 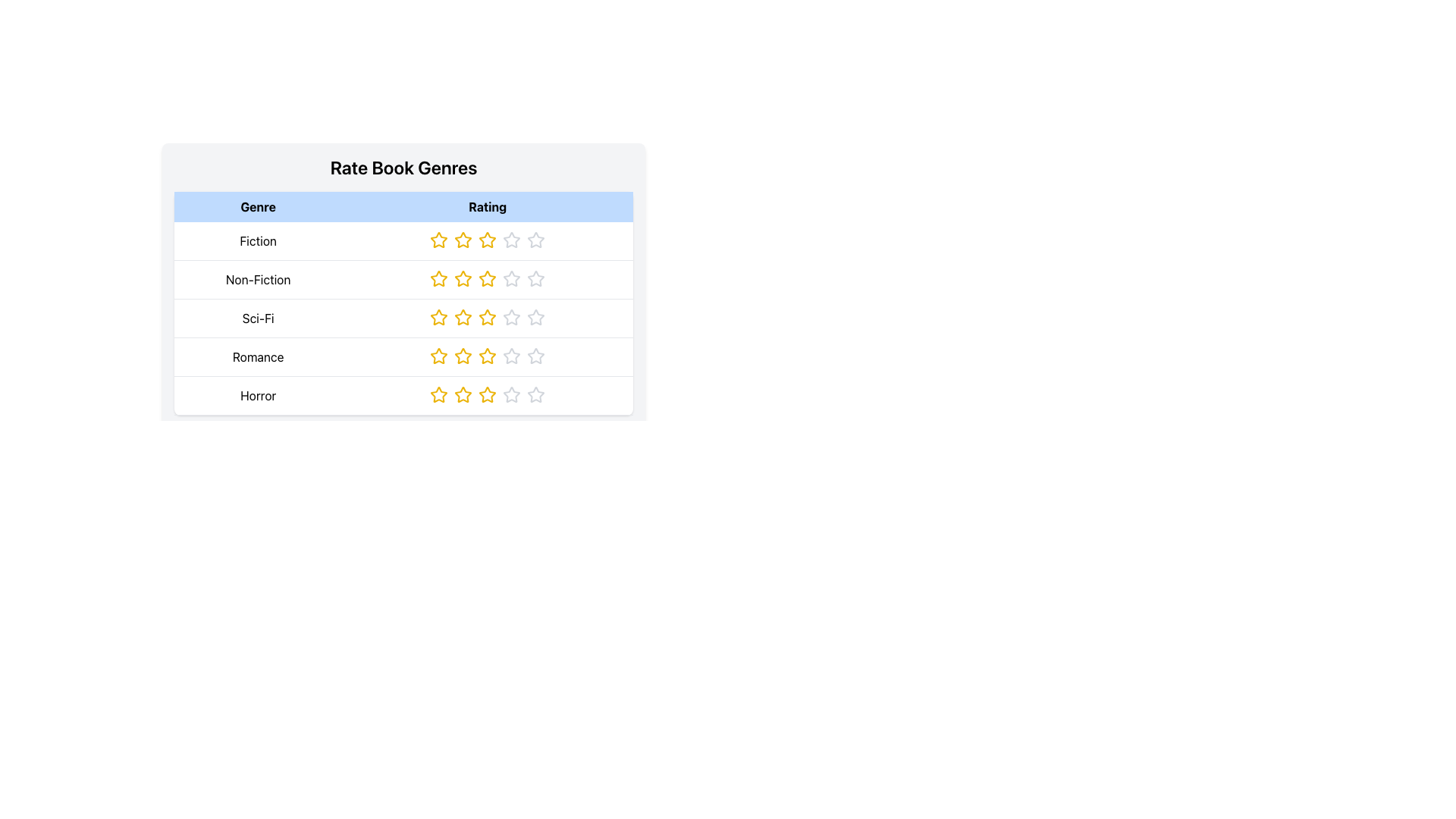 I want to click on the second yellow star icon in the 'Non-Fiction' row, so click(x=438, y=278).